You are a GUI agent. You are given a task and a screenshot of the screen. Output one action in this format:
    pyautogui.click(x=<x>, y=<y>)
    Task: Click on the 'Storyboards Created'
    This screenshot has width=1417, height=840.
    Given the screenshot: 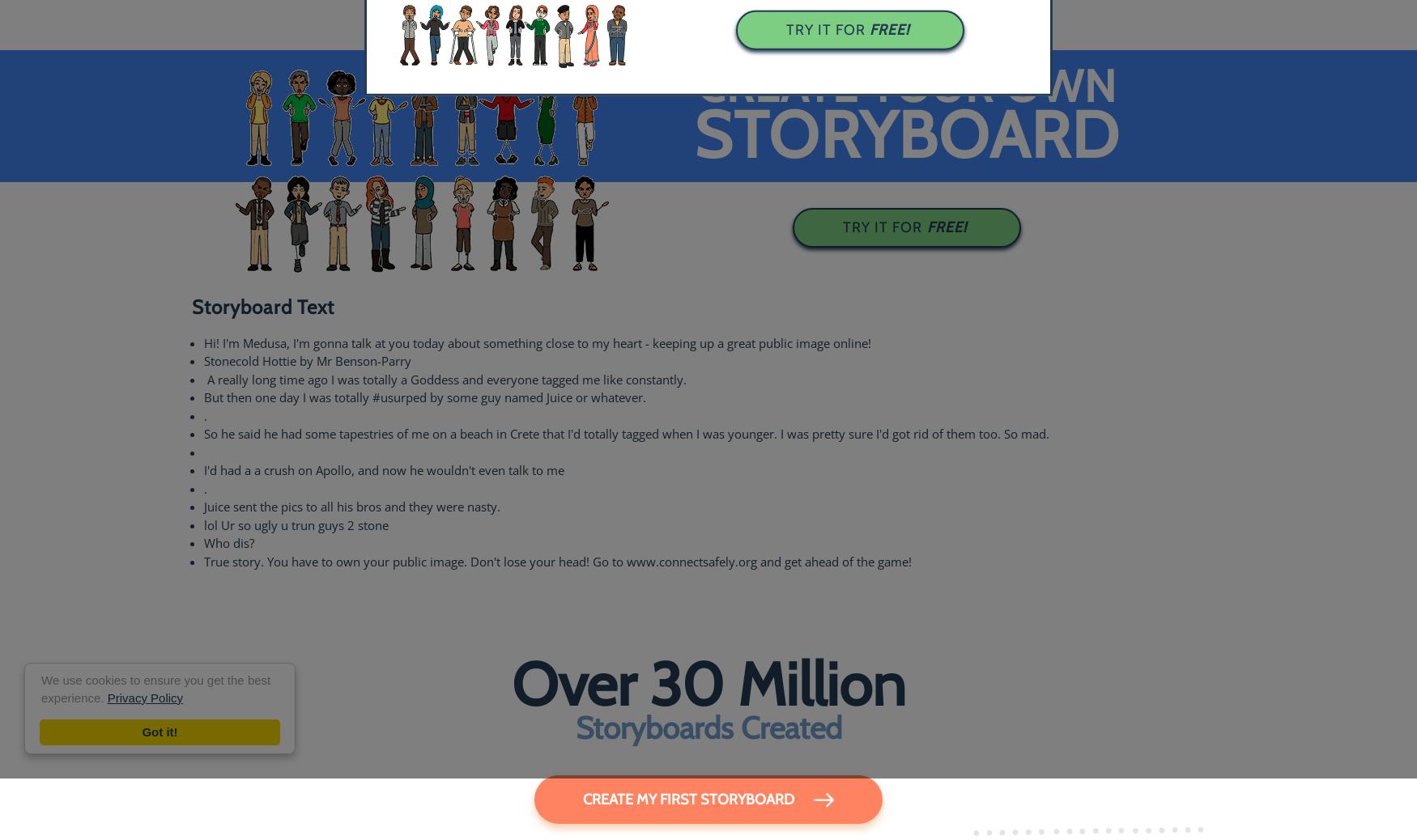 What is the action you would take?
    pyautogui.click(x=708, y=728)
    